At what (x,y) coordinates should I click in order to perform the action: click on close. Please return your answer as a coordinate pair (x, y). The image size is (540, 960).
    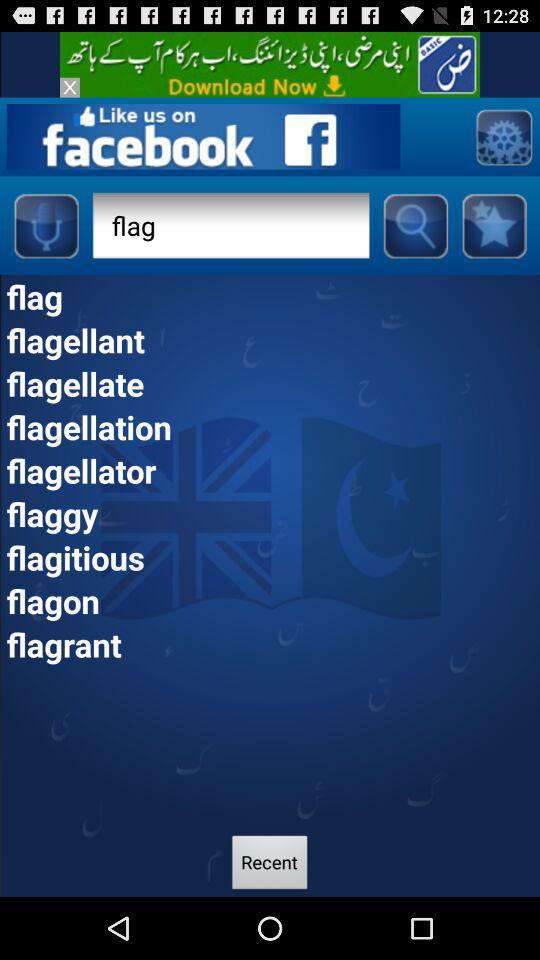
    Looking at the image, I should click on (68, 87).